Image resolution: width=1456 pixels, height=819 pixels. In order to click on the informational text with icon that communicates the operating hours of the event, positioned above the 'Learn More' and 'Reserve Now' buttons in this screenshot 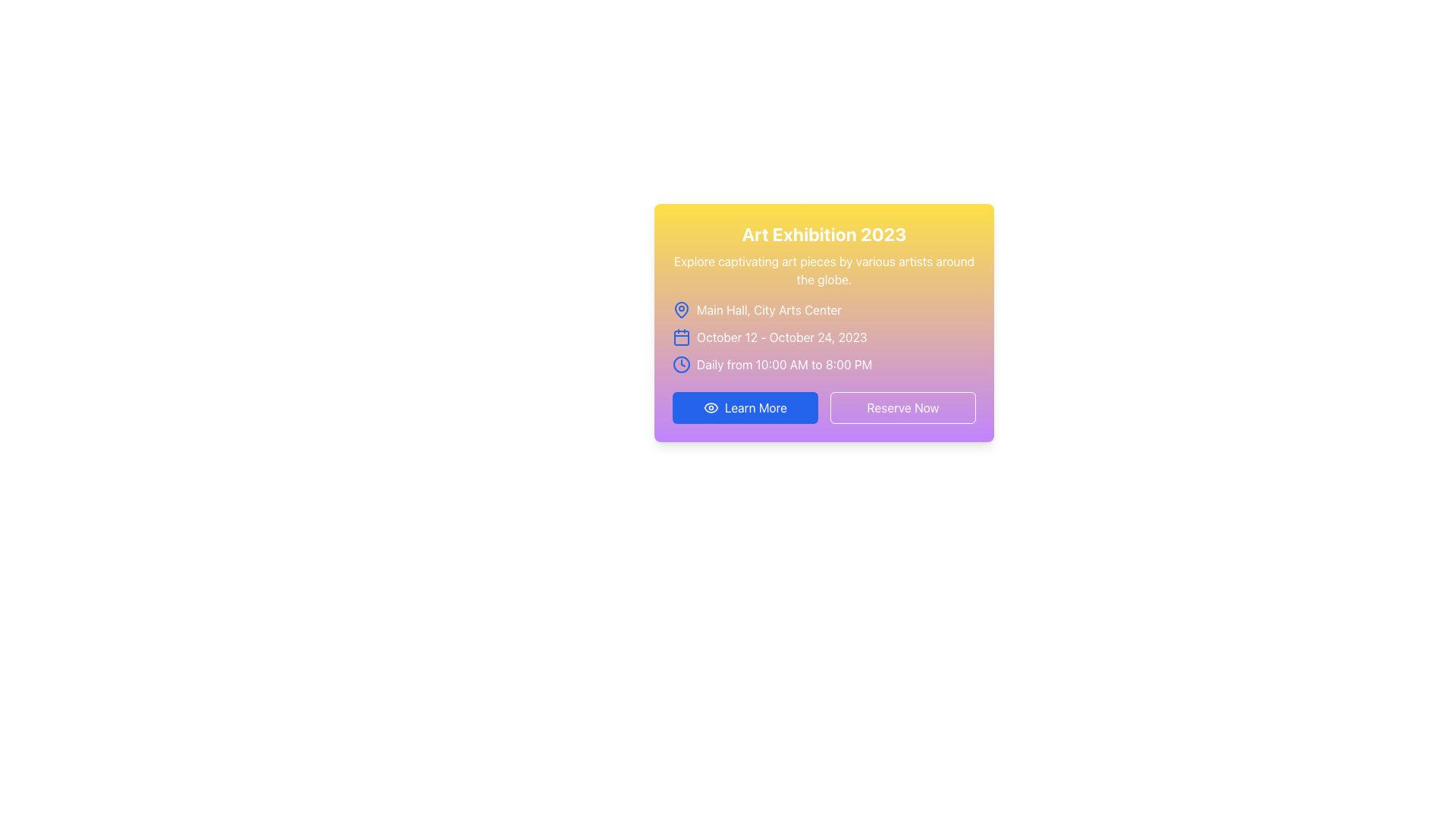, I will do `click(823, 365)`.